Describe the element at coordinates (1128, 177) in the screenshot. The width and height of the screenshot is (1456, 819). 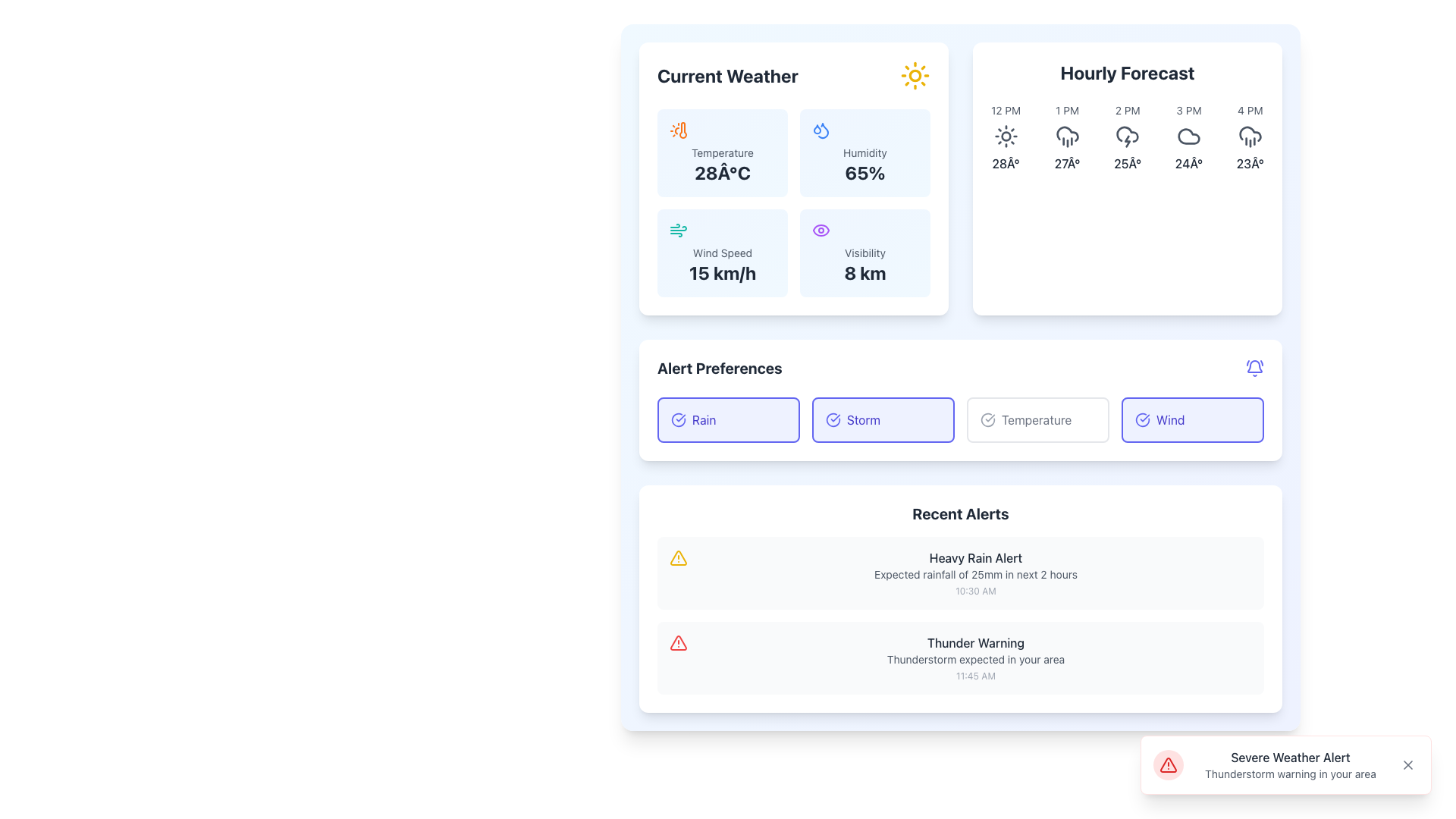
I see `the weather icons within the 'Hourly Forecast' card component located in the top-right section of the interface by clicking on them for more information` at that location.